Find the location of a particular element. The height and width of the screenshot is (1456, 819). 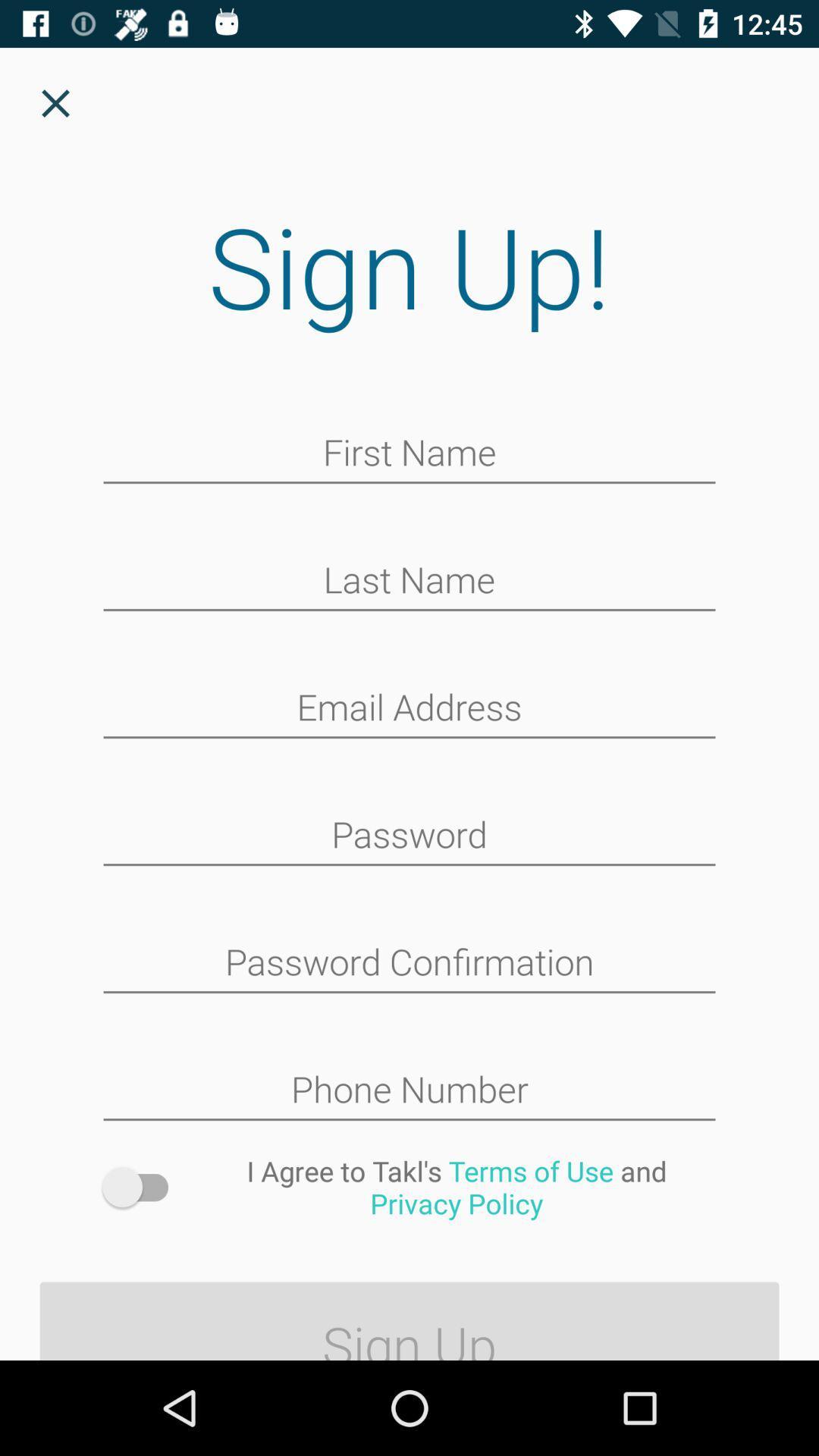

auto notification option is located at coordinates (143, 1186).